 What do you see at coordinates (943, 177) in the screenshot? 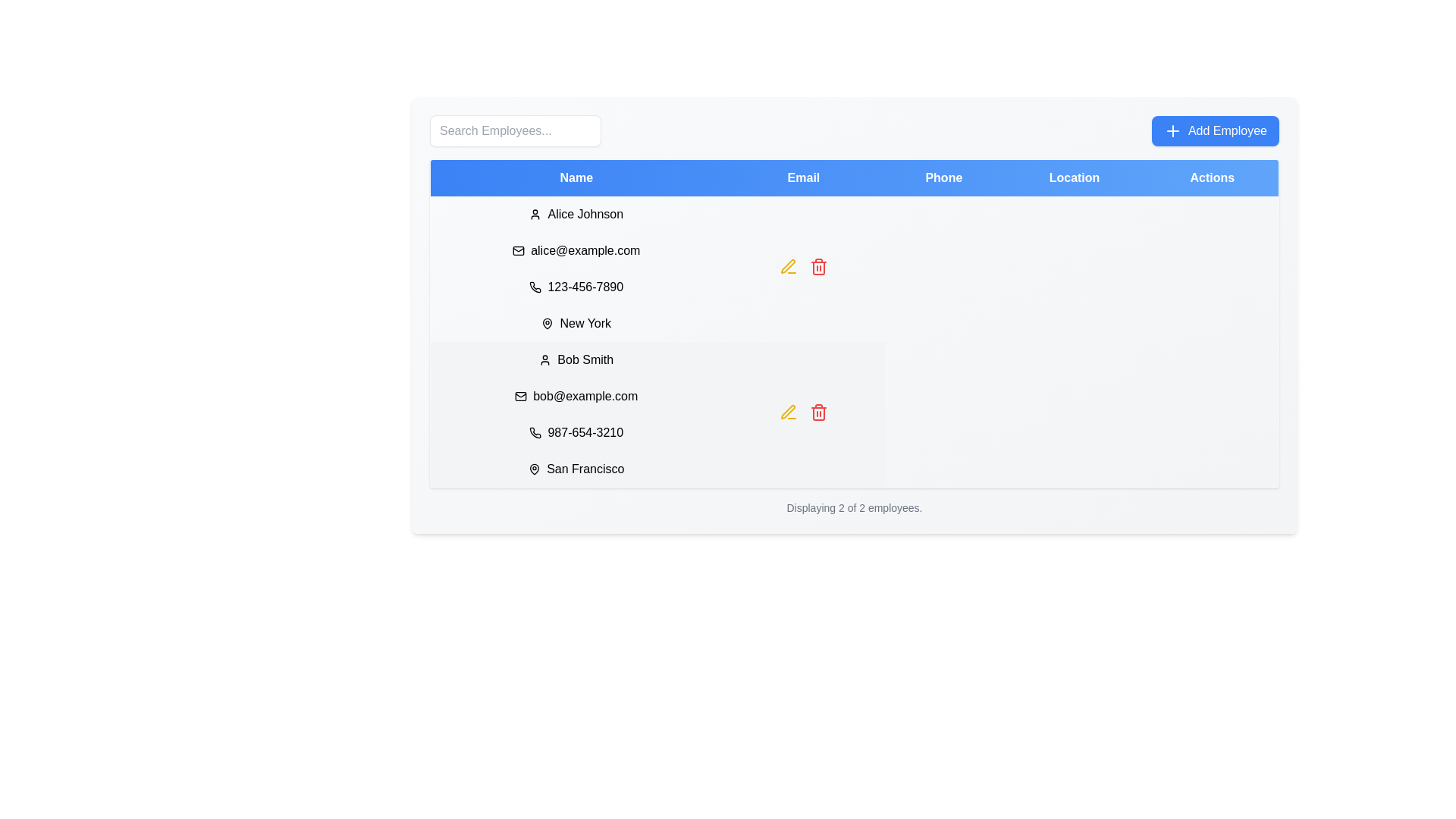
I see `the text label displaying 'Phone', which is styled with white text on a blue background and is the third element in a horizontal list of labels` at bounding box center [943, 177].